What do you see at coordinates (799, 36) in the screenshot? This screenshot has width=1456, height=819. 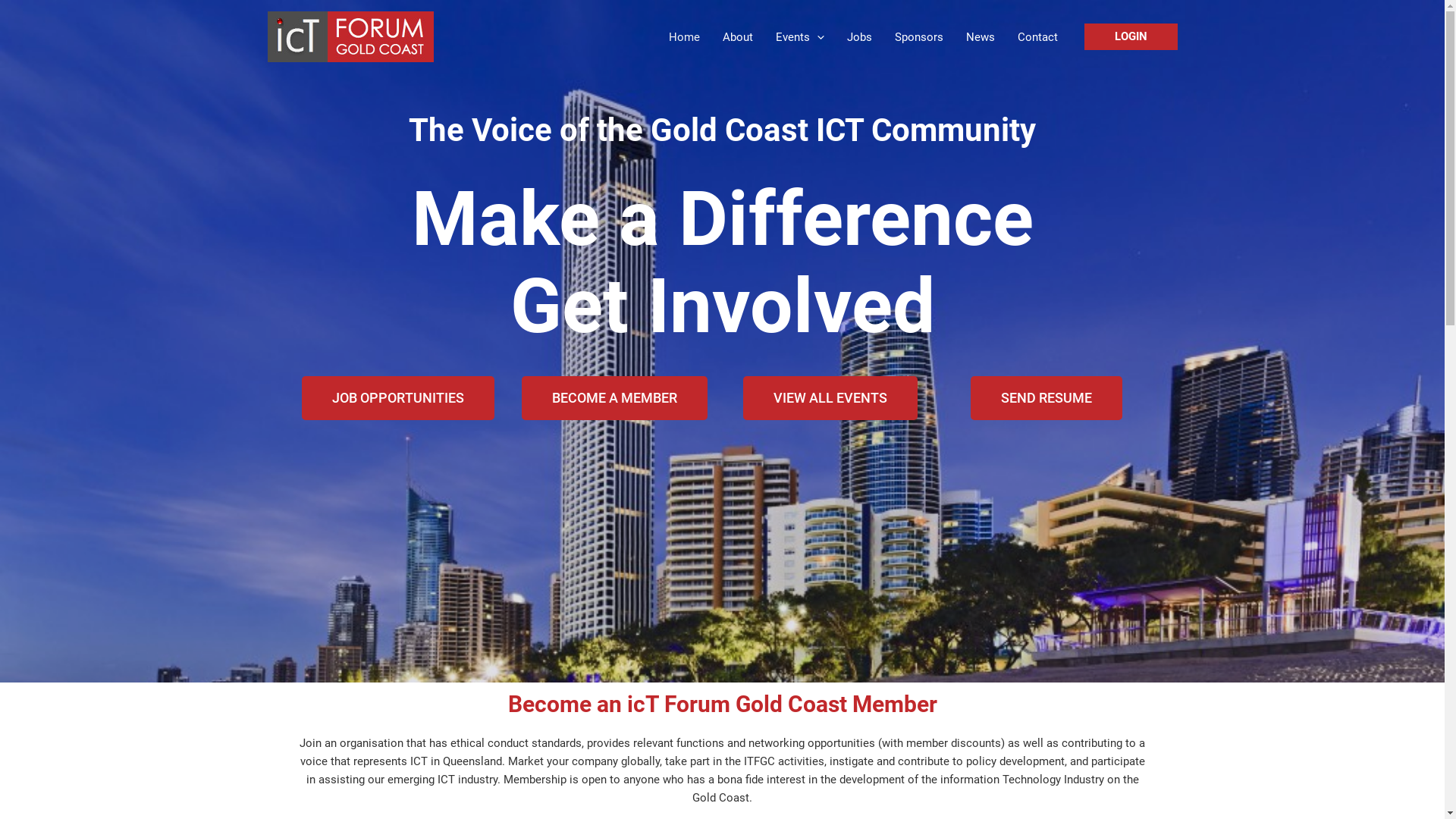 I see `'Events'` at bounding box center [799, 36].